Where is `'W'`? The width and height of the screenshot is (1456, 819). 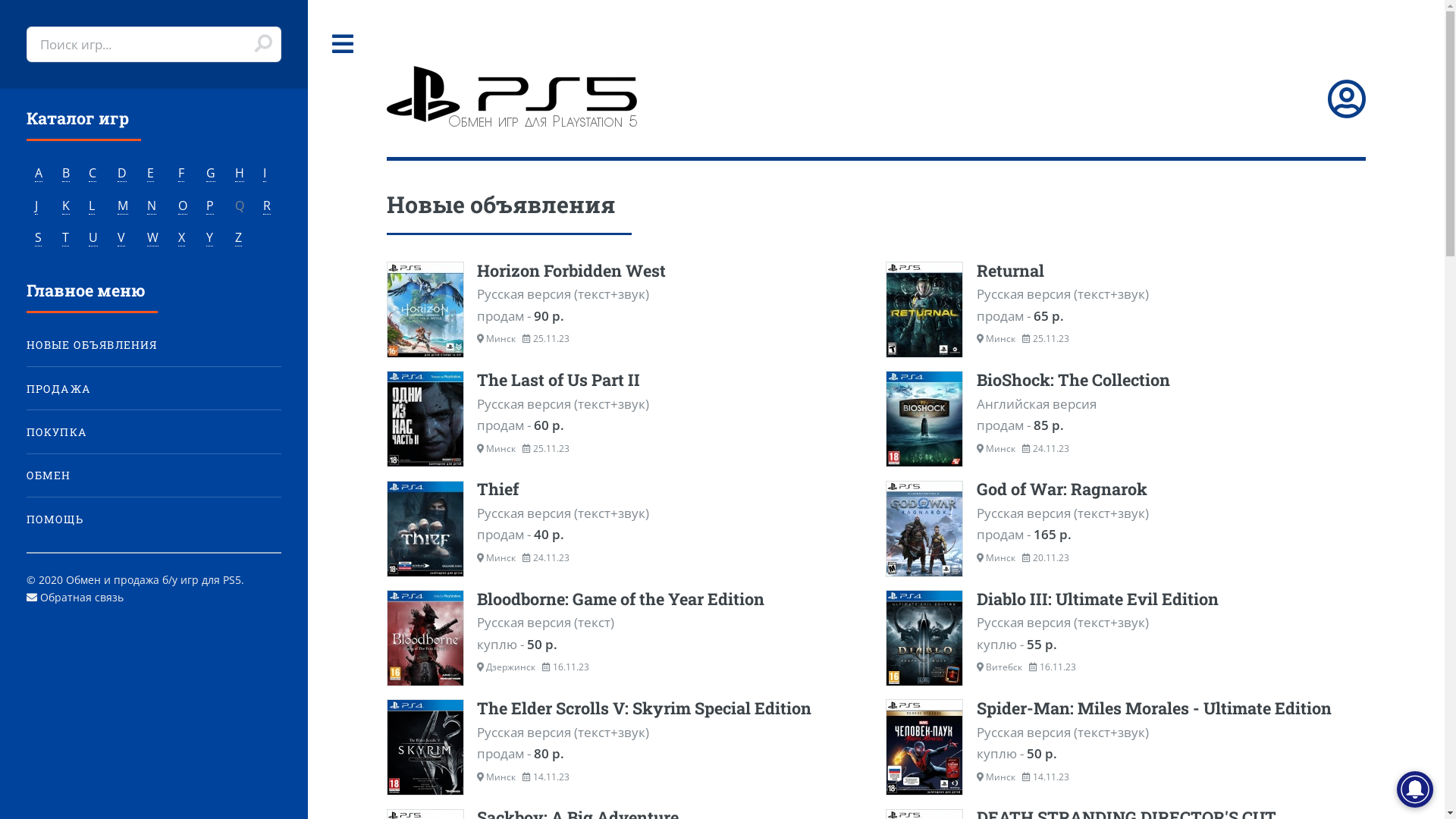
'W' is located at coordinates (152, 237).